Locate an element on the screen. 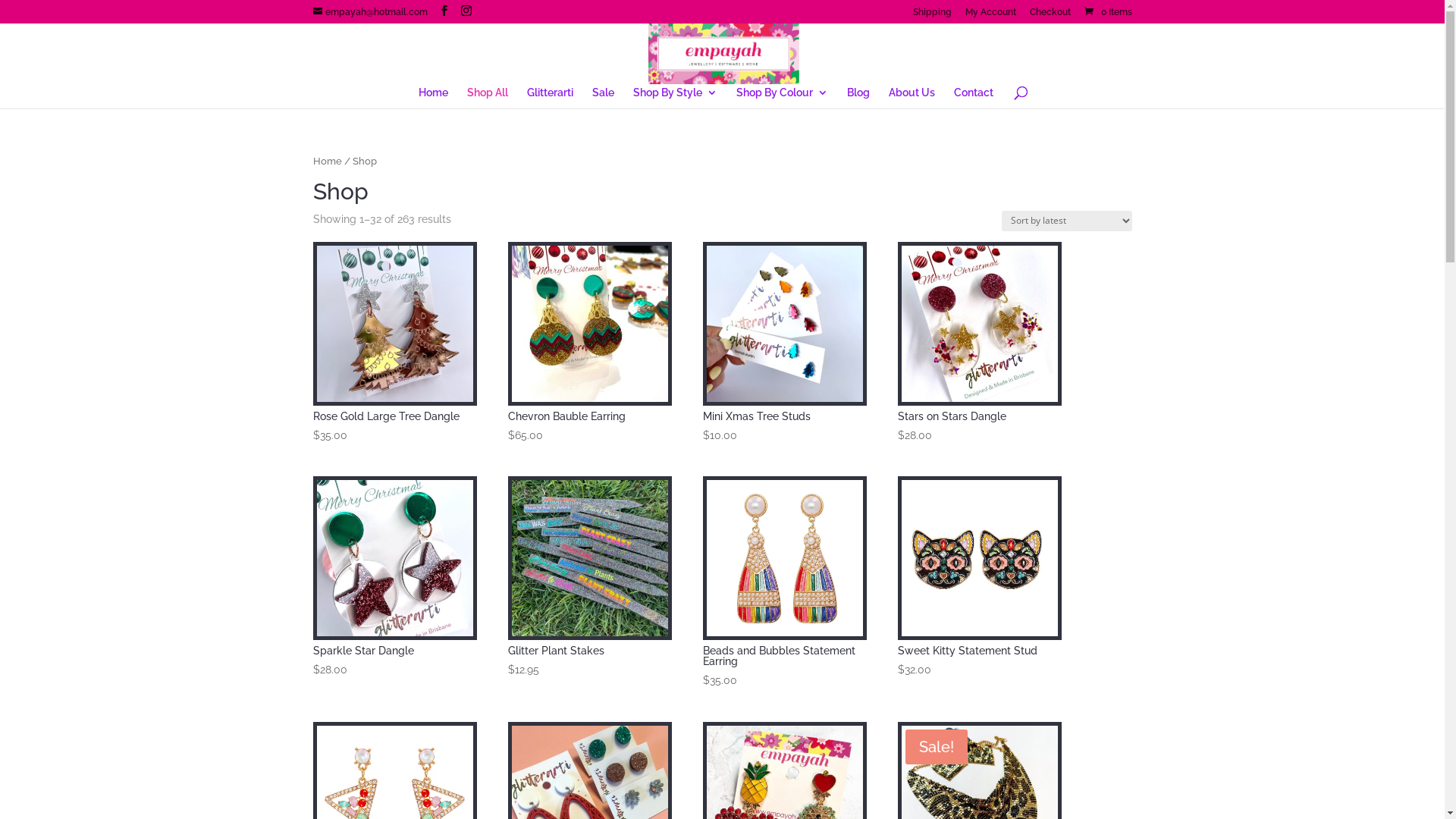 The image size is (1456, 819). 'Mini Xmas Tree Studs is located at coordinates (785, 343).